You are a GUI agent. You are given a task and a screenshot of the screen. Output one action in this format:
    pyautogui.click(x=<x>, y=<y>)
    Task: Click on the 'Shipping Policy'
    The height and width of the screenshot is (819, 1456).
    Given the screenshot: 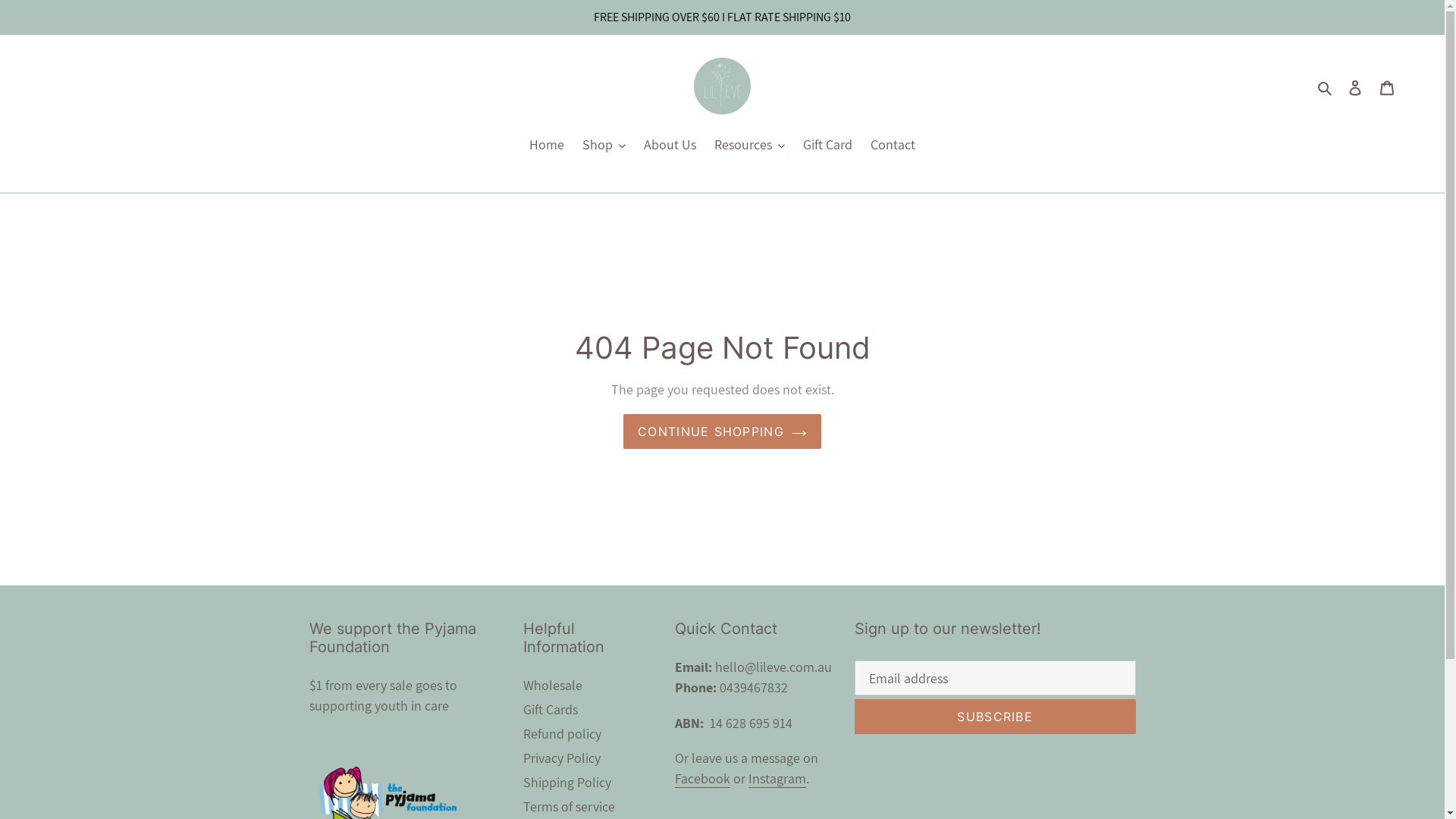 What is the action you would take?
    pyautogui.click(x=566, y=782)
    